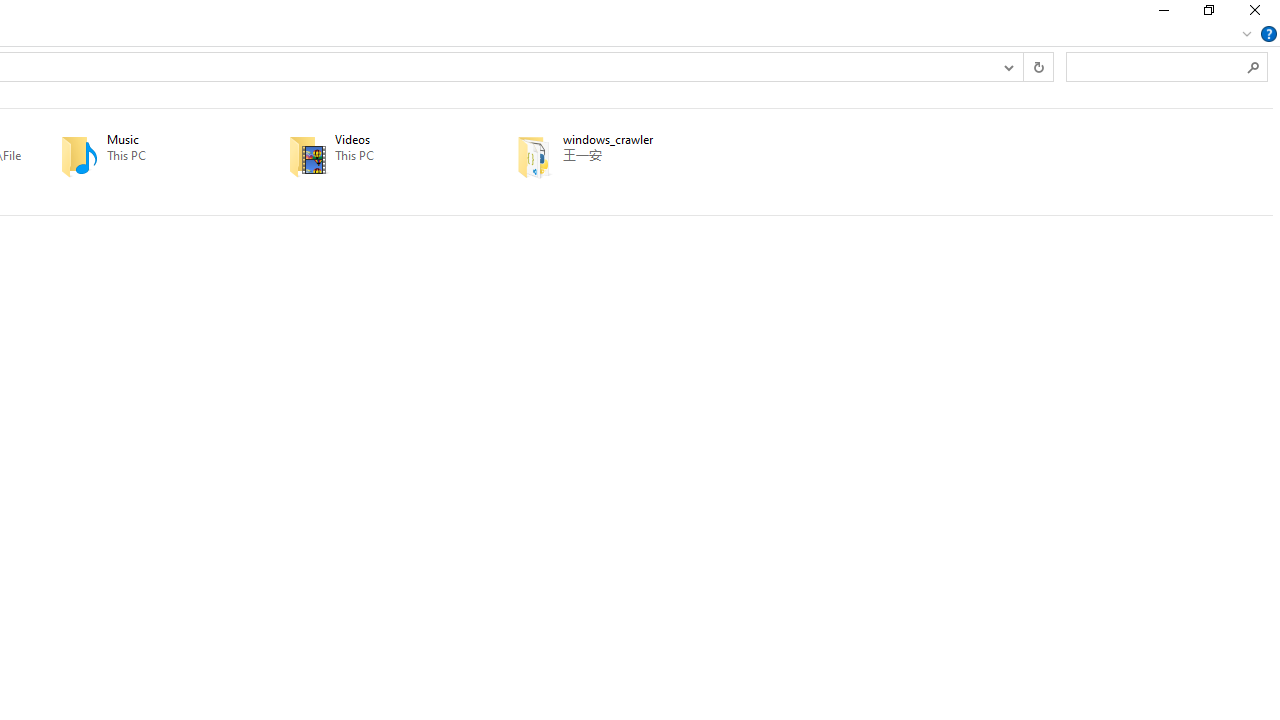  What do you see at coordinates (1008, 65) in the screenshot?
I see `'Previous Locations'` at bounding box center [1008, 65].